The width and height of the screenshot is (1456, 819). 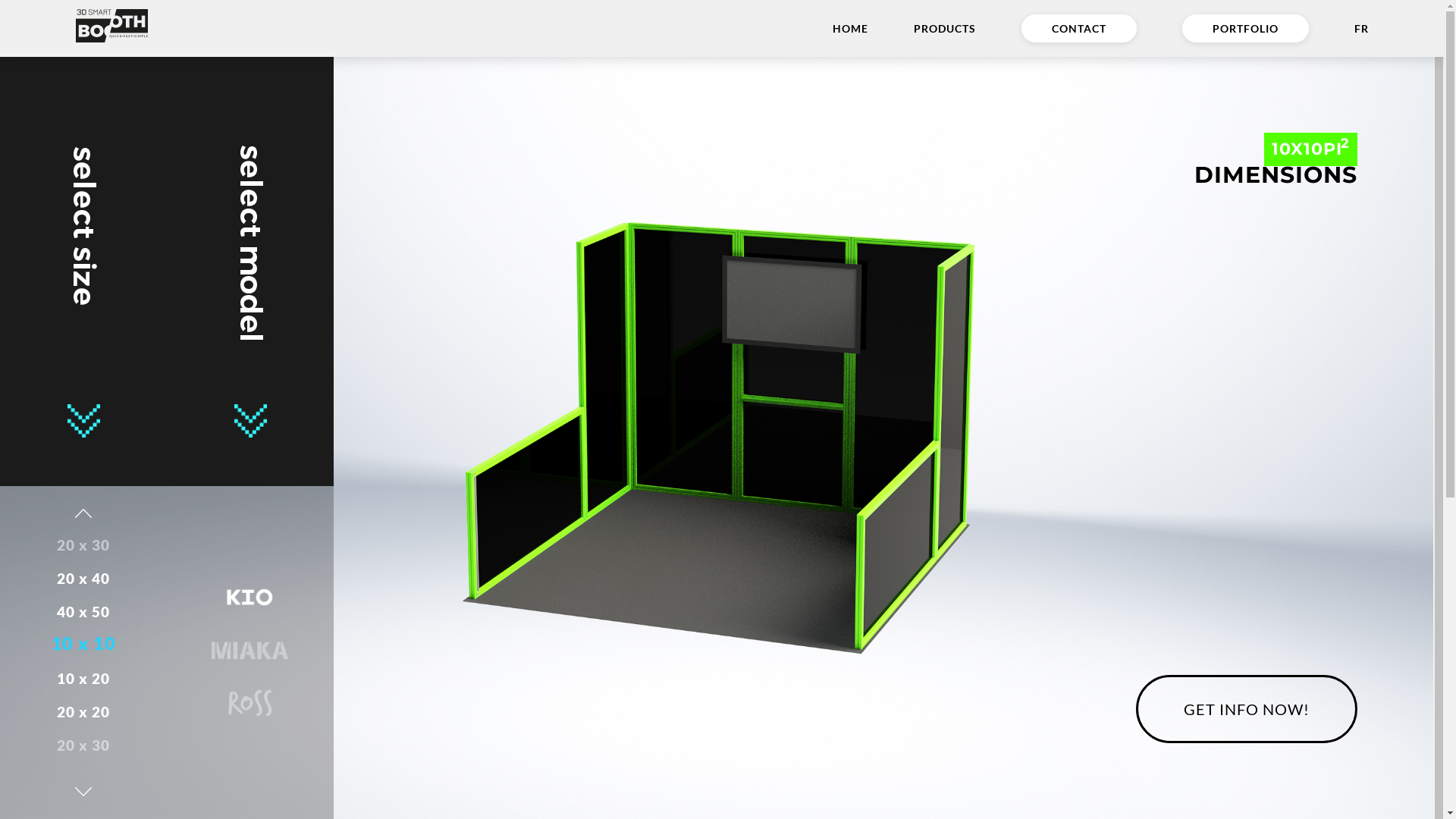 What do you see at coordinates (944, 28) in the screenshot?
I see `'PRODUCTS'` at bounding box center [944, 28].